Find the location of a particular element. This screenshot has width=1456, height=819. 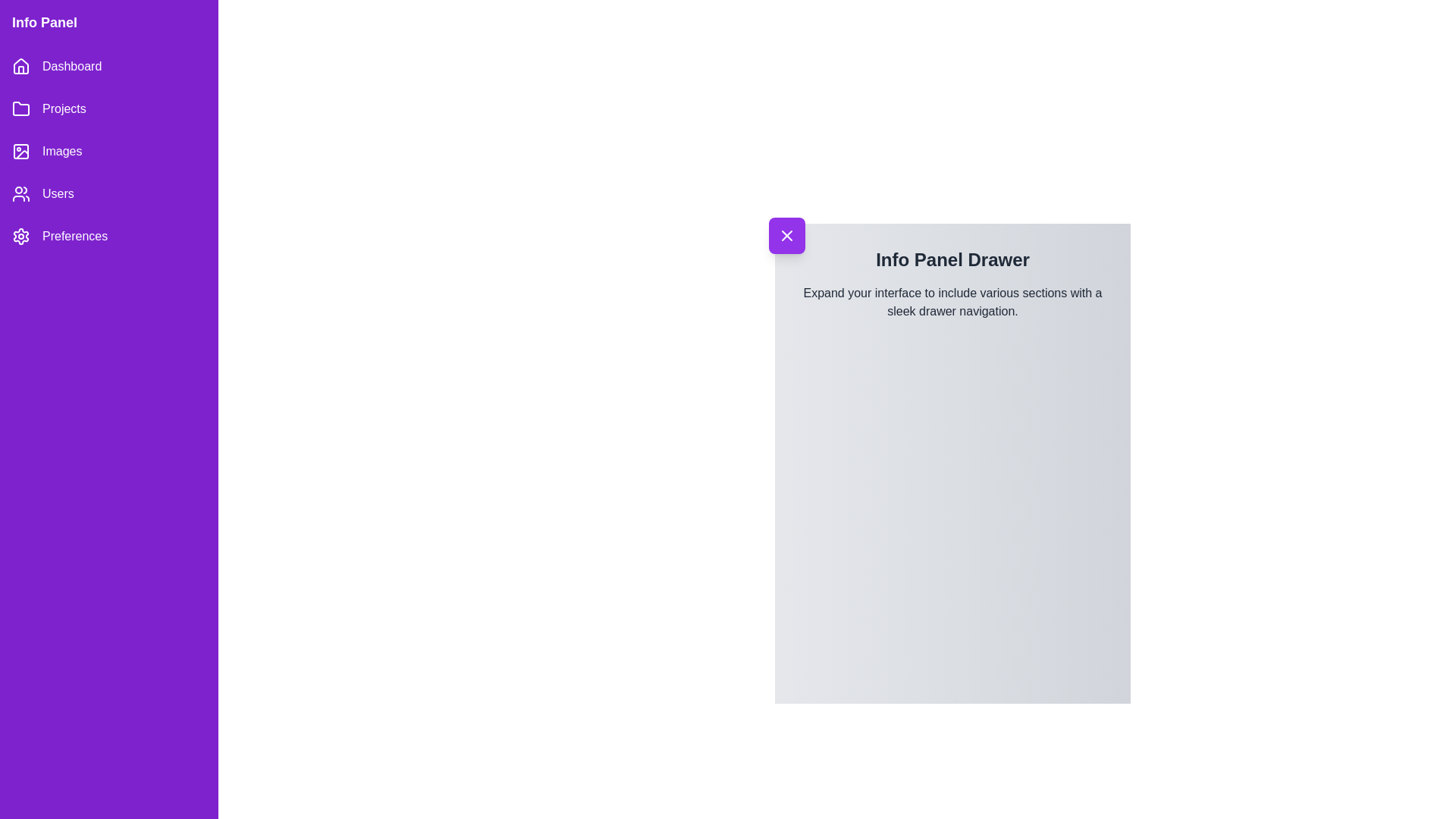

the menu item Dashboard to observe its hover effect is located at coordinates (108, 66).